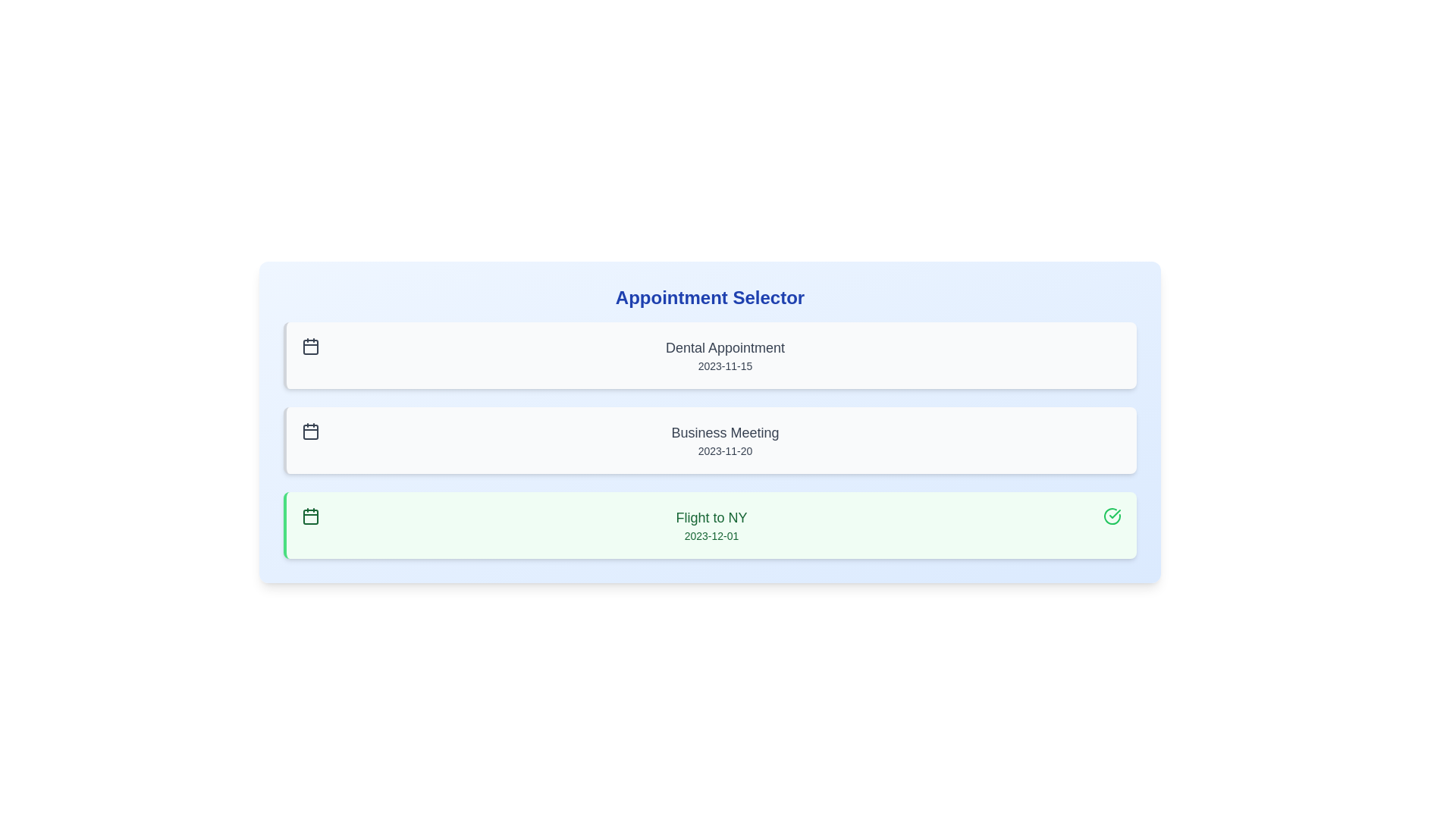 This screenshot has height=819, width=1456. Describe the element at coordinates (709, 525) in the screenshot. I see `the appointment with description 'Flight to NY'` at that location.